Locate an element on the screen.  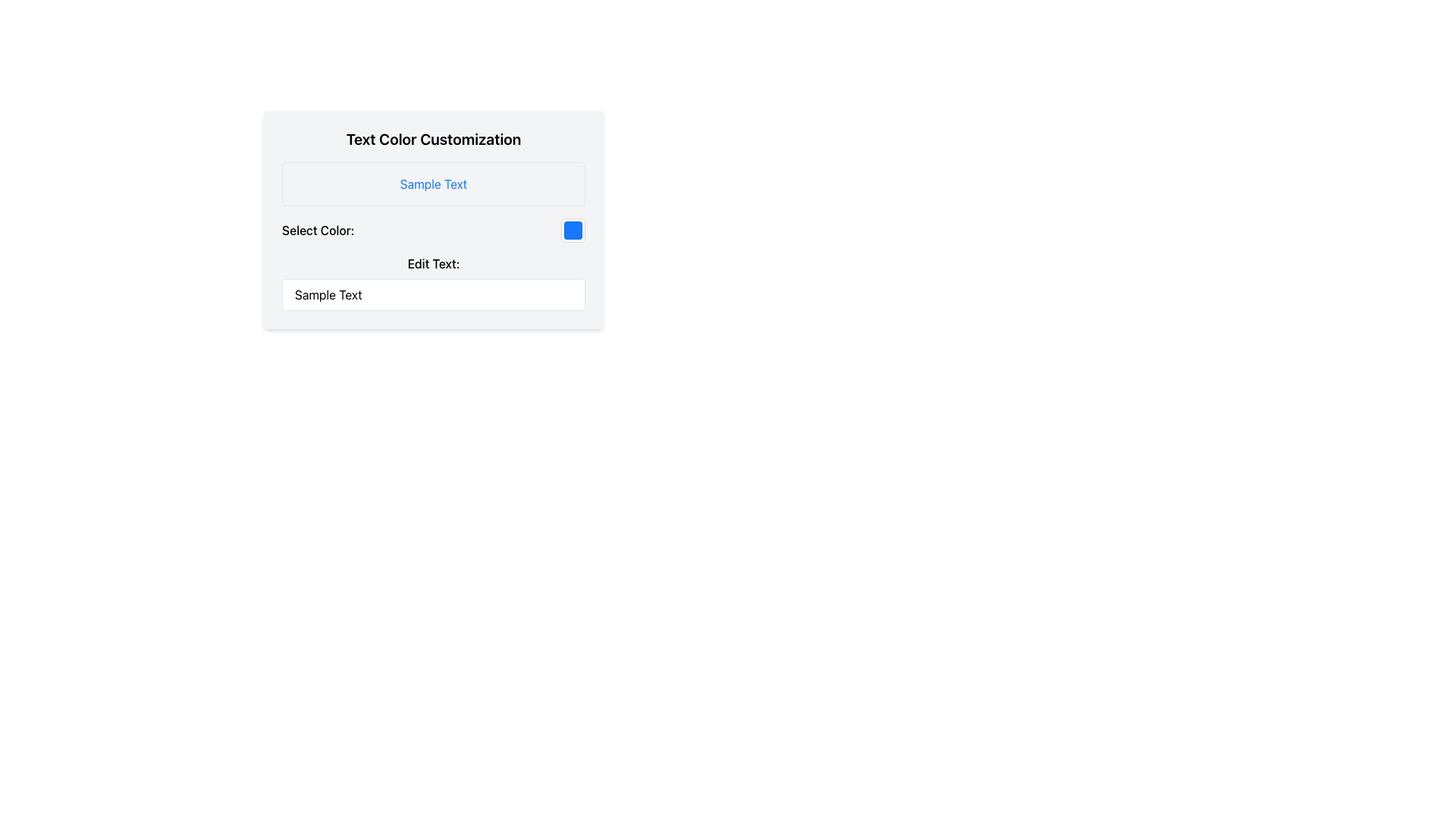
the blue square-shaped color picker trigger element located to the right of the 'Select Color:' label is located at coordinates (572, 231).